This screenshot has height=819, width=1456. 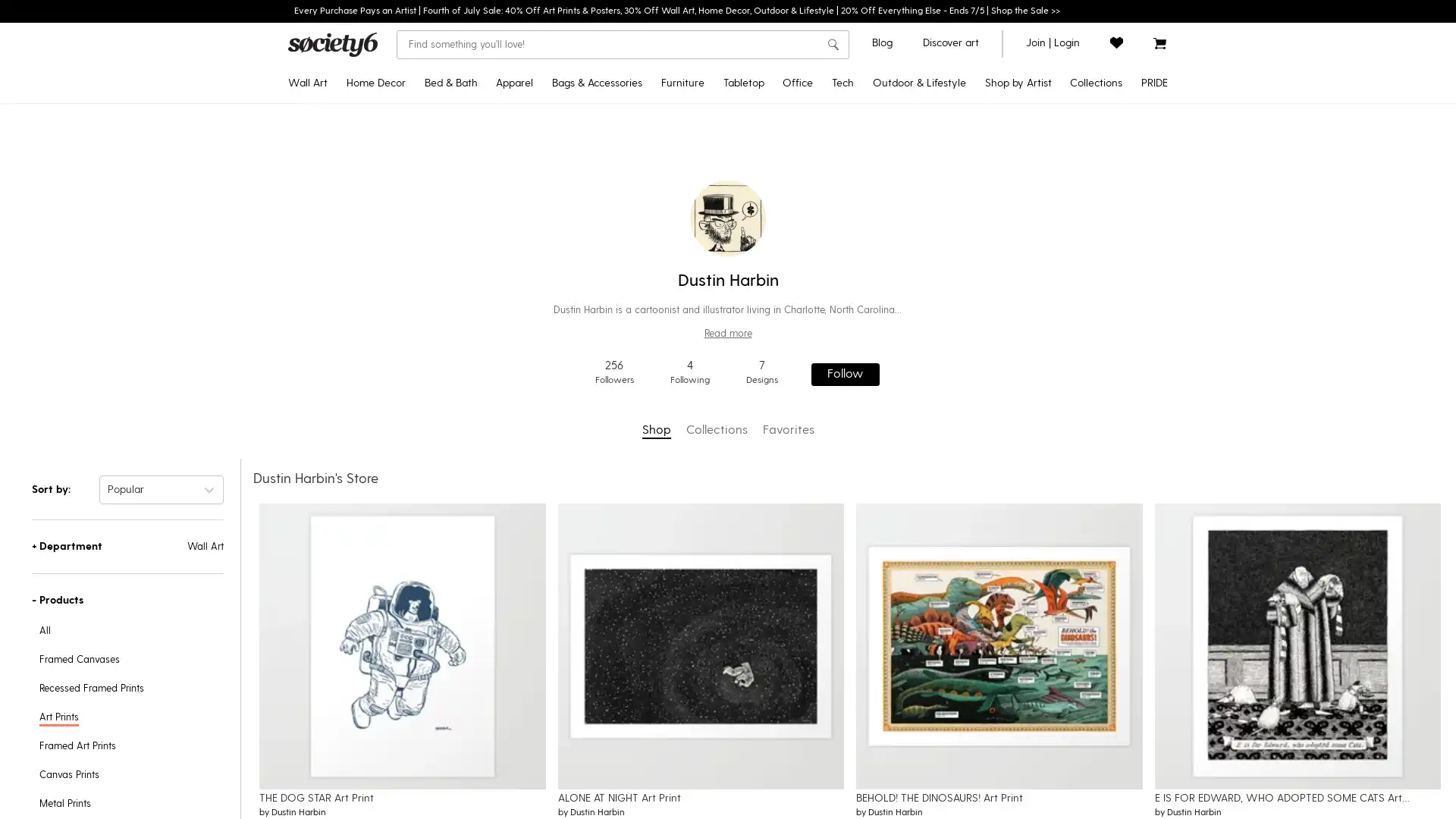 I want to click on Canvas Prints, so click(x=356, y=194).